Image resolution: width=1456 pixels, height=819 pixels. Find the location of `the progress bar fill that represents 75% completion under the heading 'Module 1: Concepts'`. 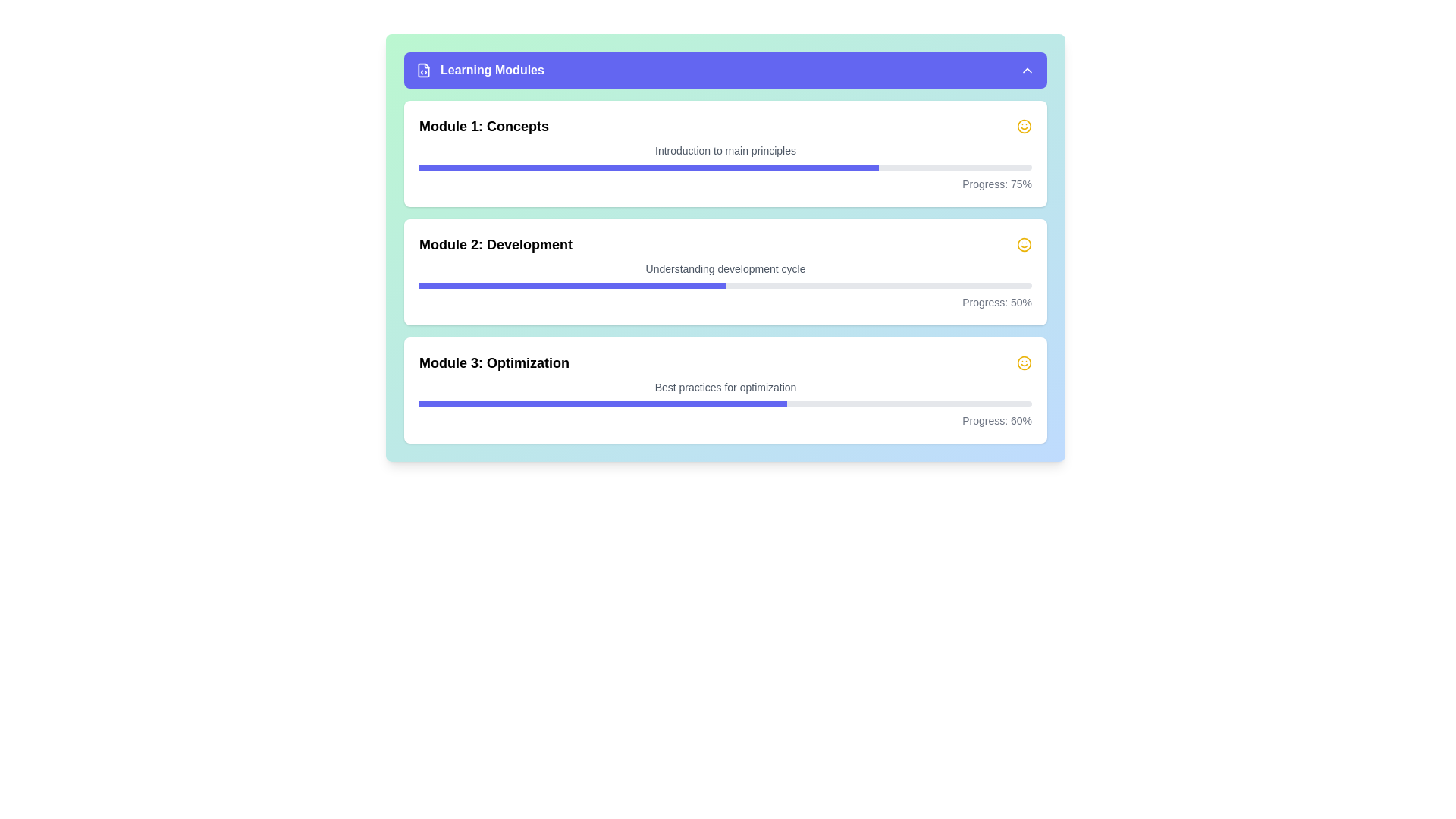

the progress bar fill that represents 75% completion under the heading 'Module 1: Concepts' is located at coordinates (648, 167).